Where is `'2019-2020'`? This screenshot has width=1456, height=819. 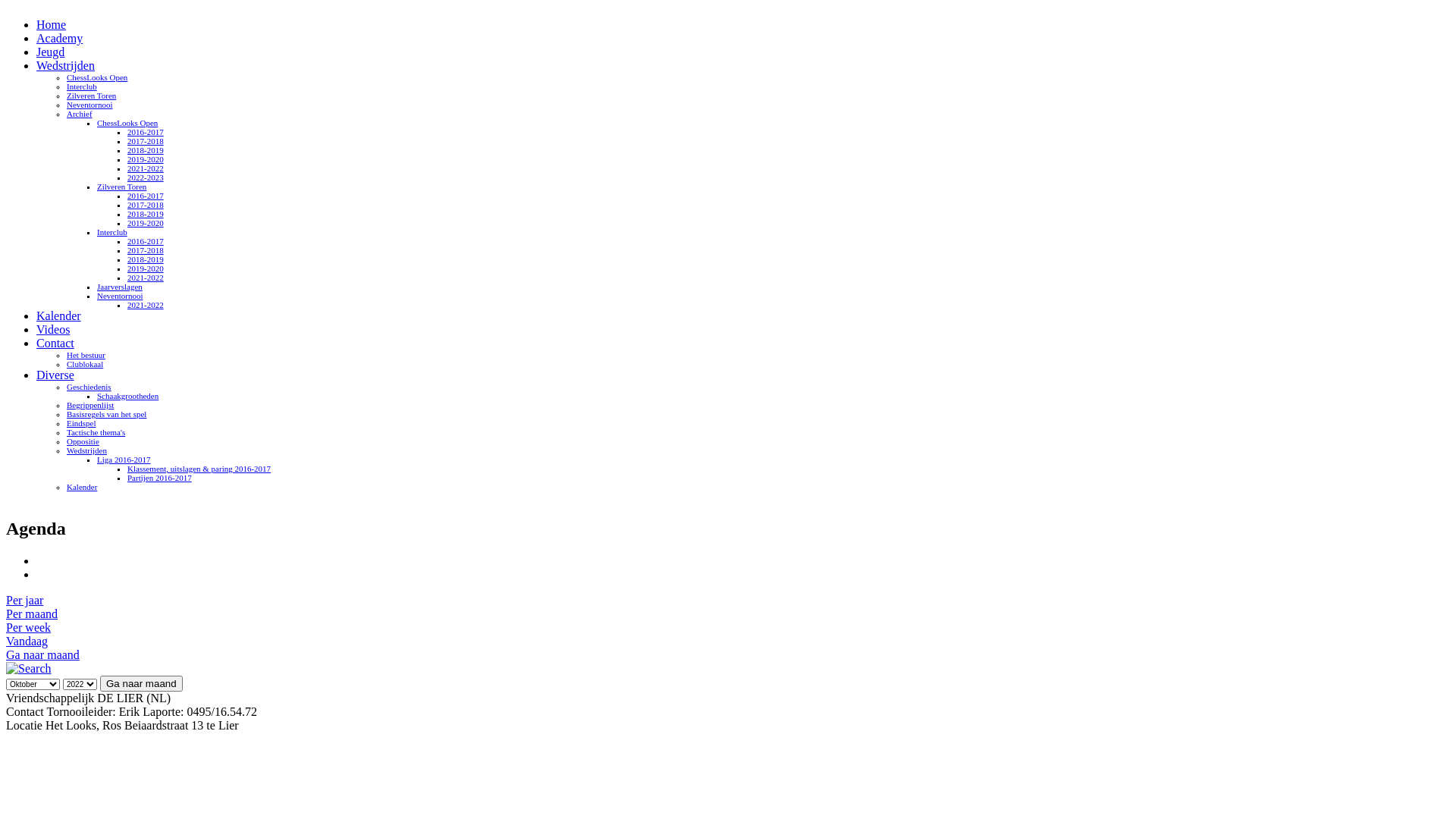
'2019-2020' is located at coordinates (146, 158).